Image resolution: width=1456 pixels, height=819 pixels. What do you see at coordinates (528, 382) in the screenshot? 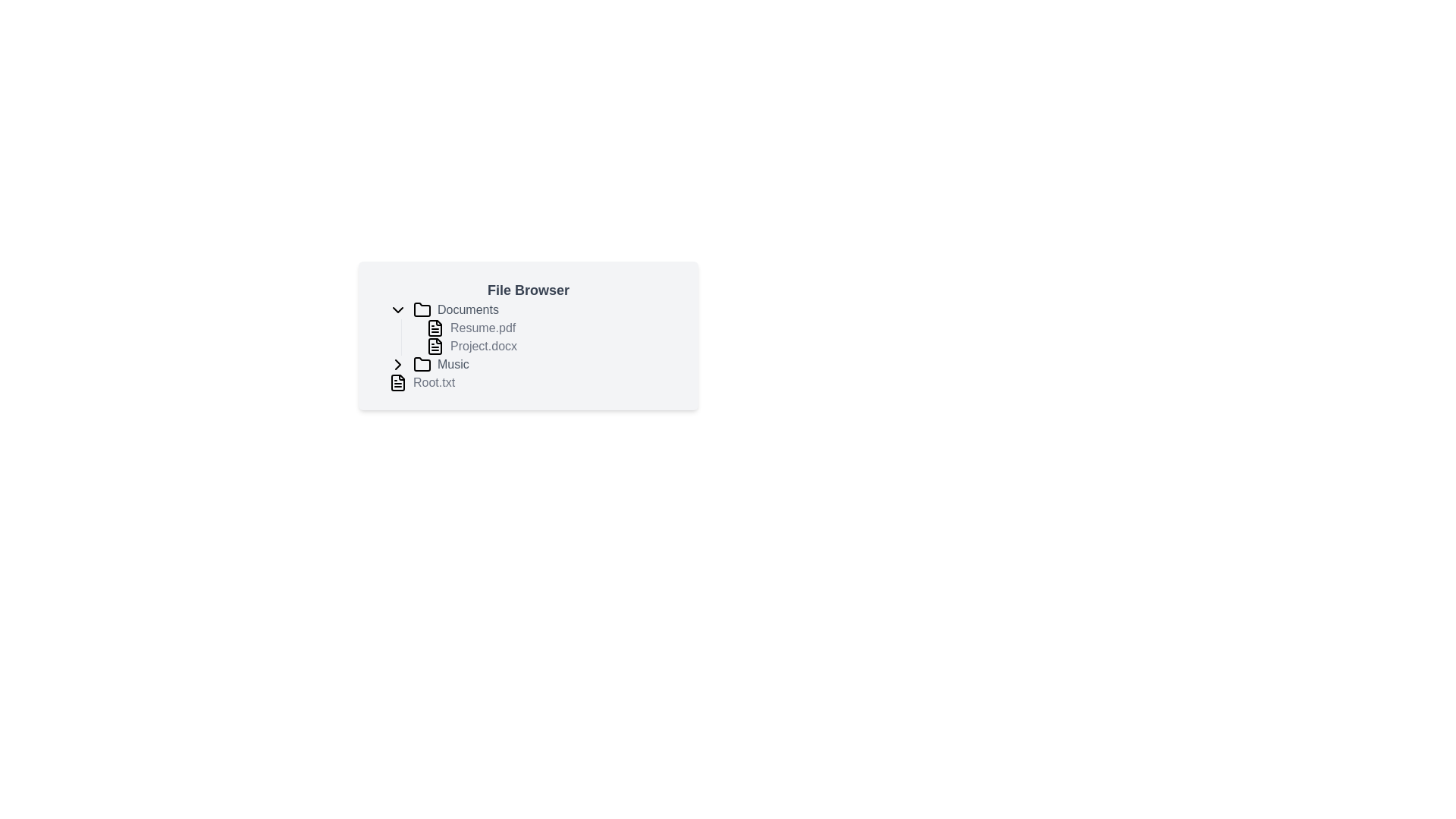
I see `the 'Root.txt' file item in the 'File Browser' interface` at bounding box center [528, 382].